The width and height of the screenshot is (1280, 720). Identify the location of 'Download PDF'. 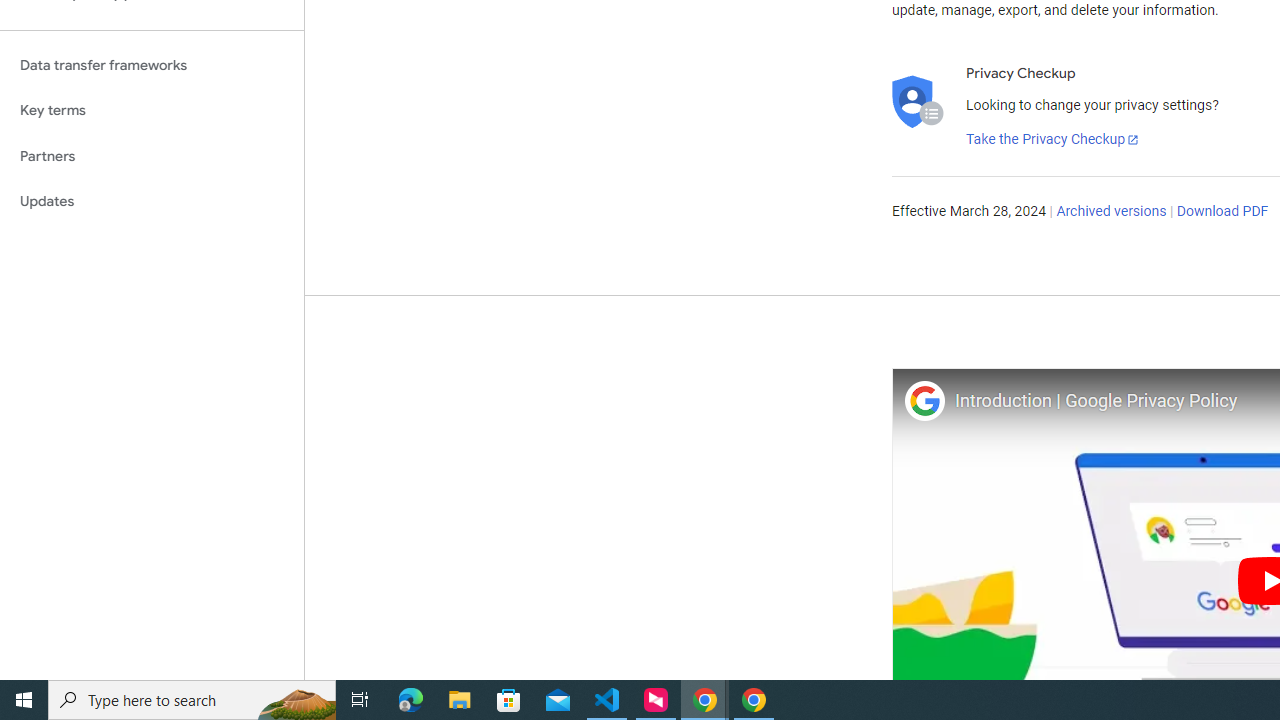
(1221, 212).